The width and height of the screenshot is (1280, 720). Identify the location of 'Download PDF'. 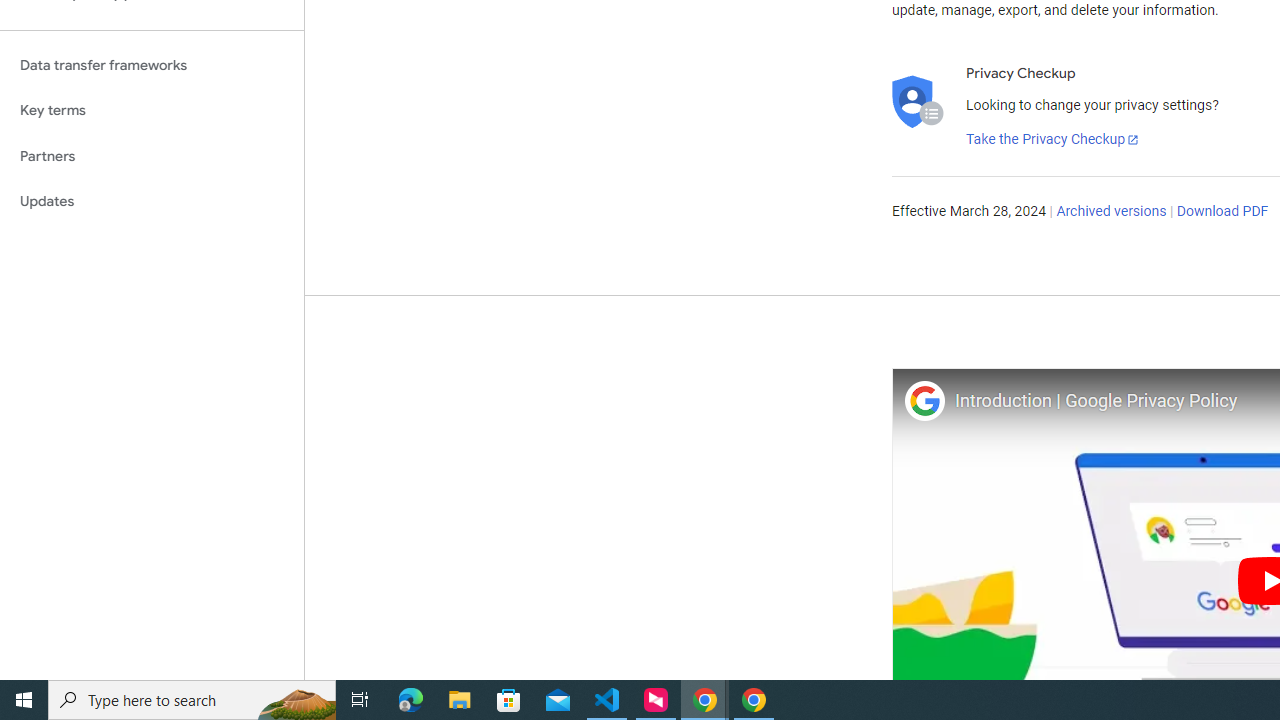
(1221, 212).